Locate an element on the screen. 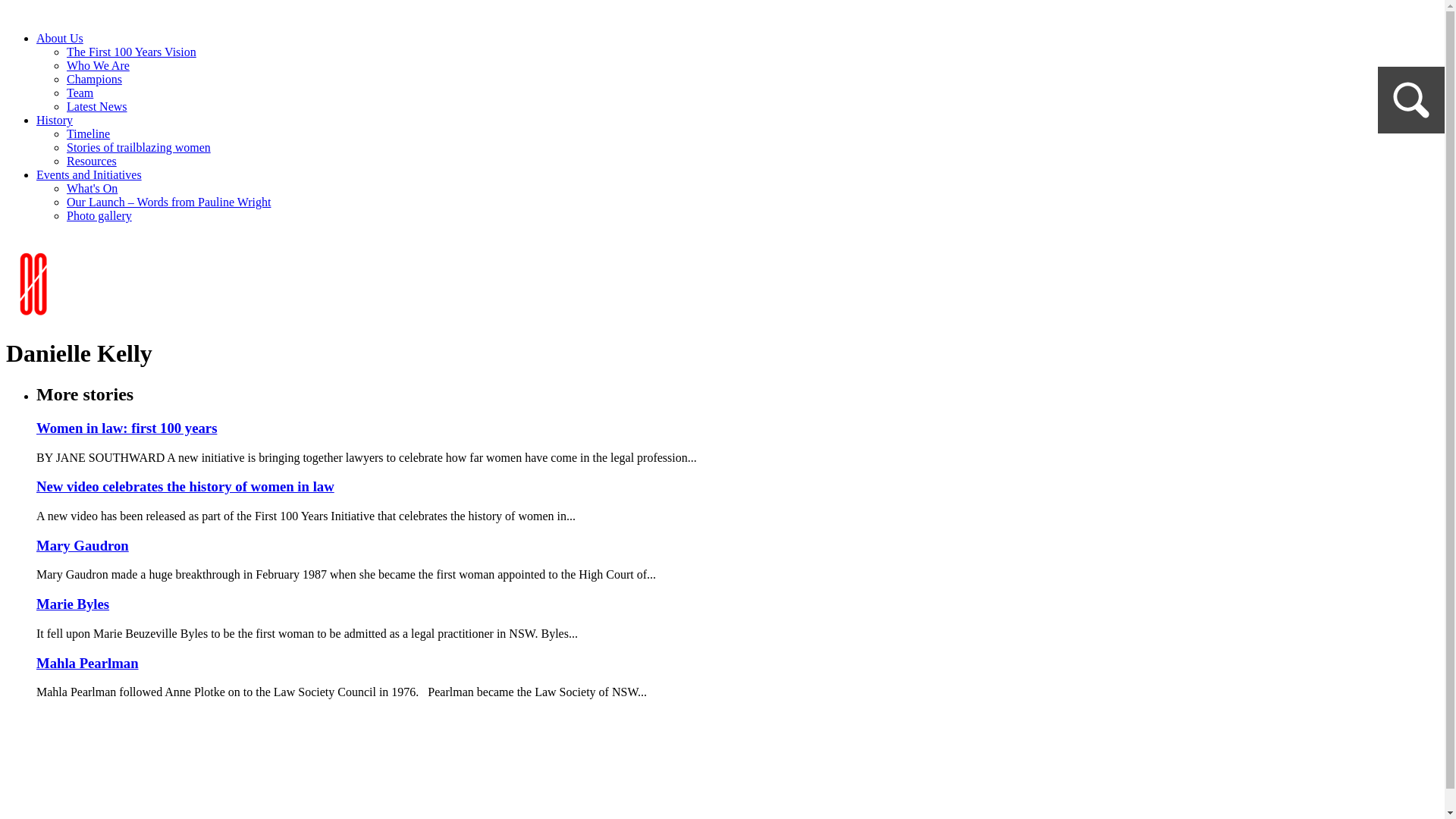 This screenshot has height=819, width=1456. 'What's On' is located at coordinates (91, 187).